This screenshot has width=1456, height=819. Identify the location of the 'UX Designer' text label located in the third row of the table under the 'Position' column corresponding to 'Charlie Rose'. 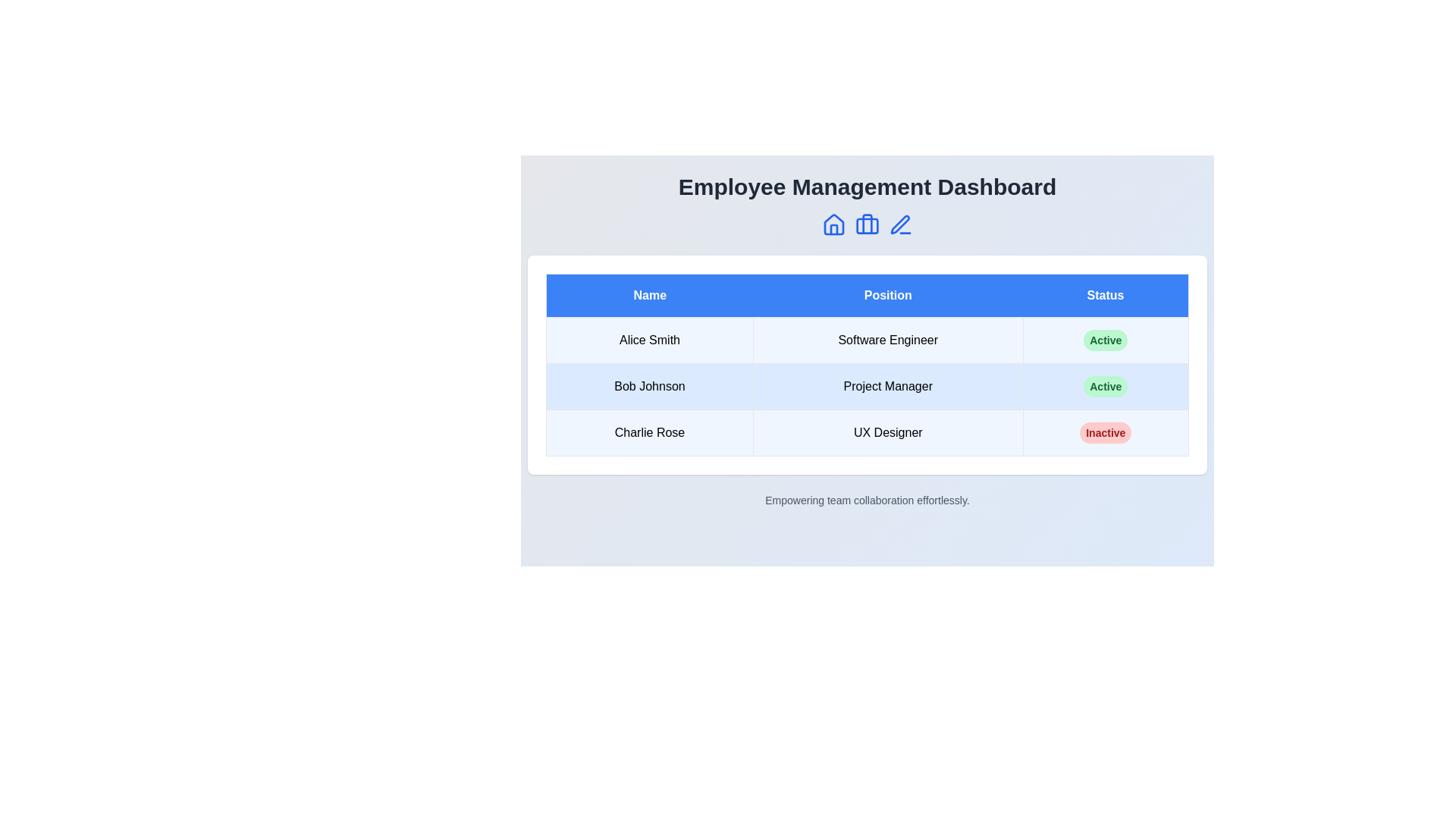
(888, 432).